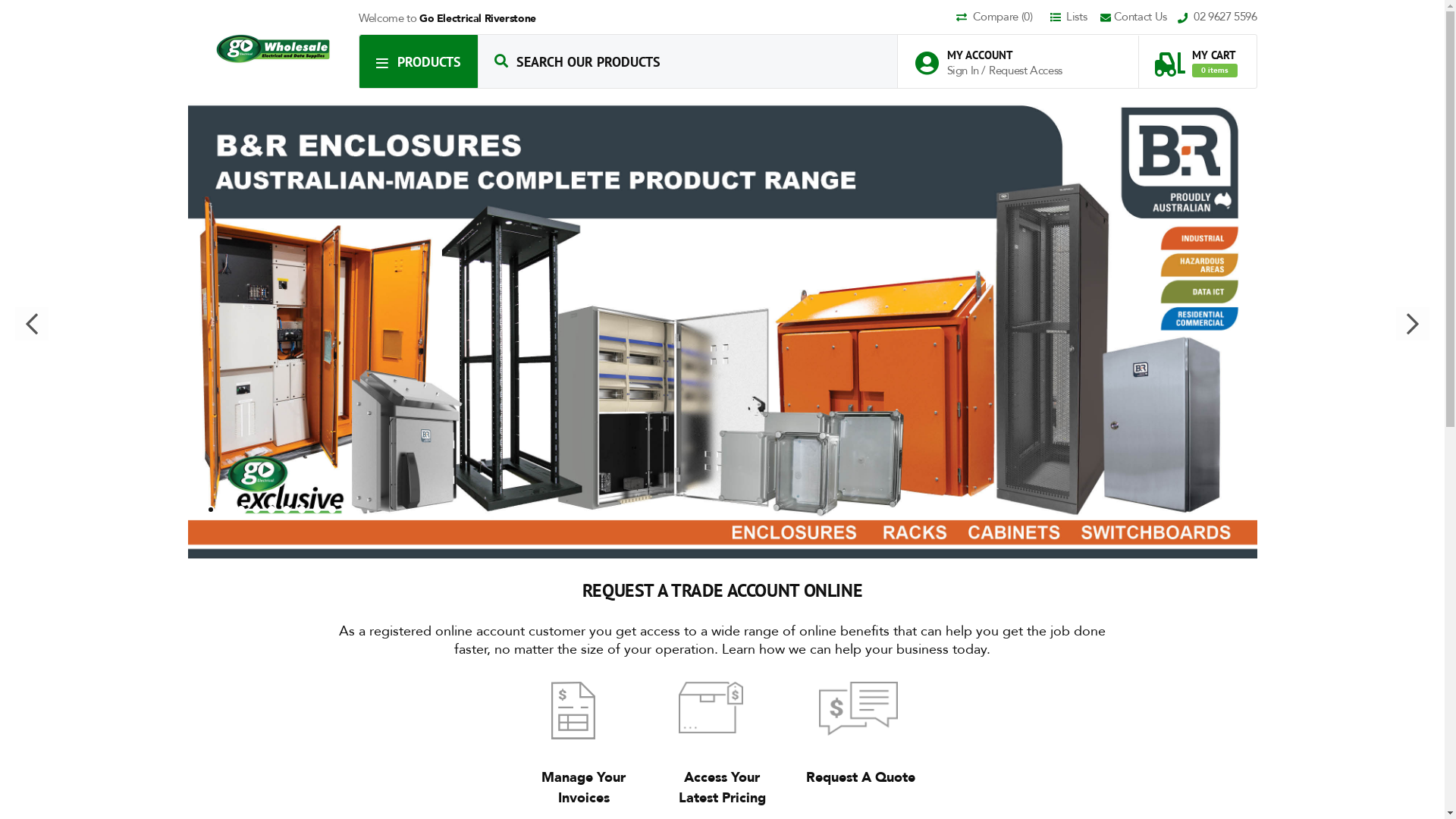  Describe the element at coordinates (239, 509) in the screenshot. I see `'4'` at that location.